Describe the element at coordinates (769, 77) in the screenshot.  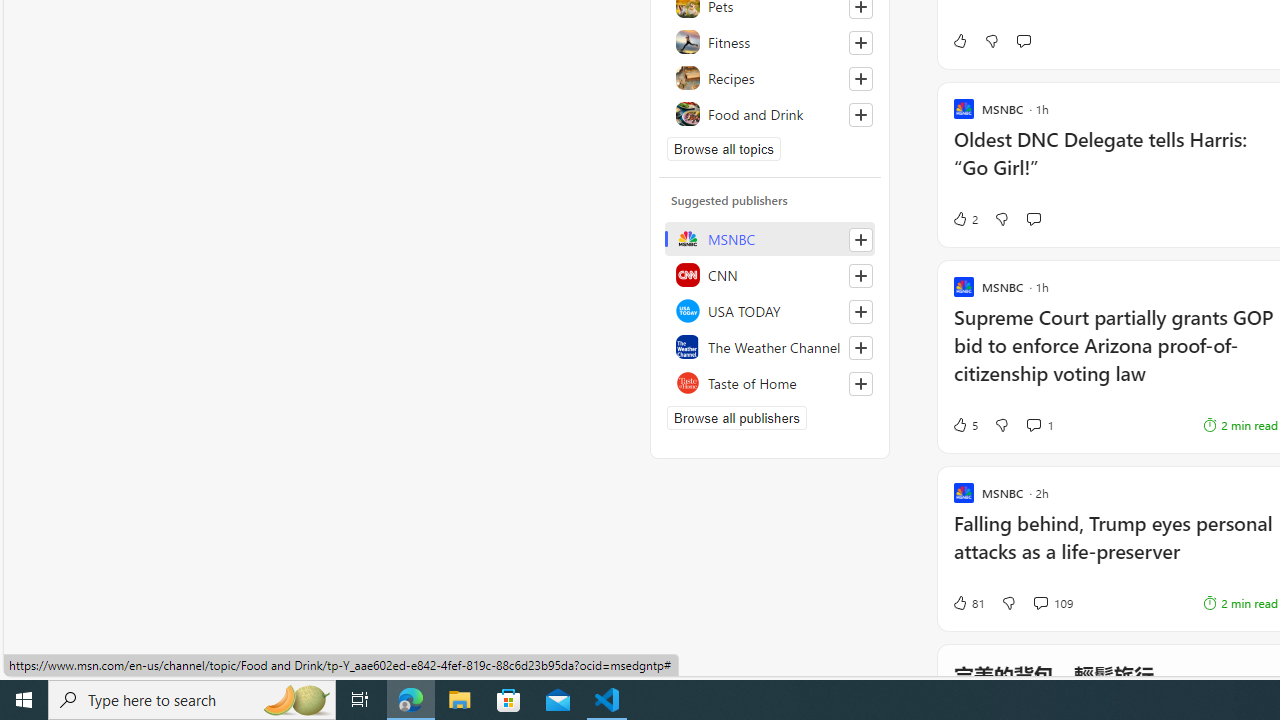
I see `'Recipes'` at that location.